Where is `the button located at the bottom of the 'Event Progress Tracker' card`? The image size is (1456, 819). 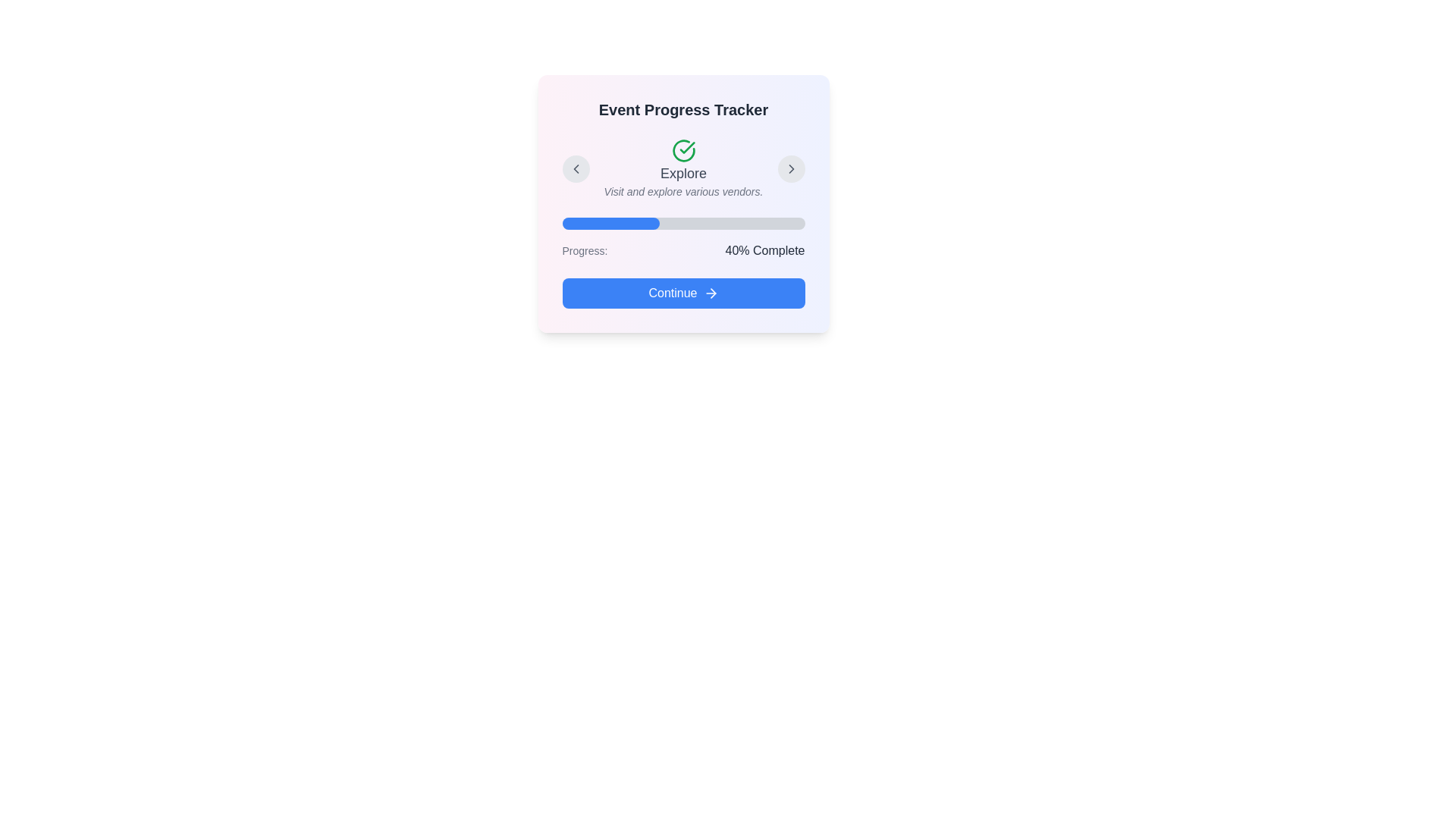
the button located at the bottom of the 'Event Progress Tracker' card is located at coordinates (682, 293).